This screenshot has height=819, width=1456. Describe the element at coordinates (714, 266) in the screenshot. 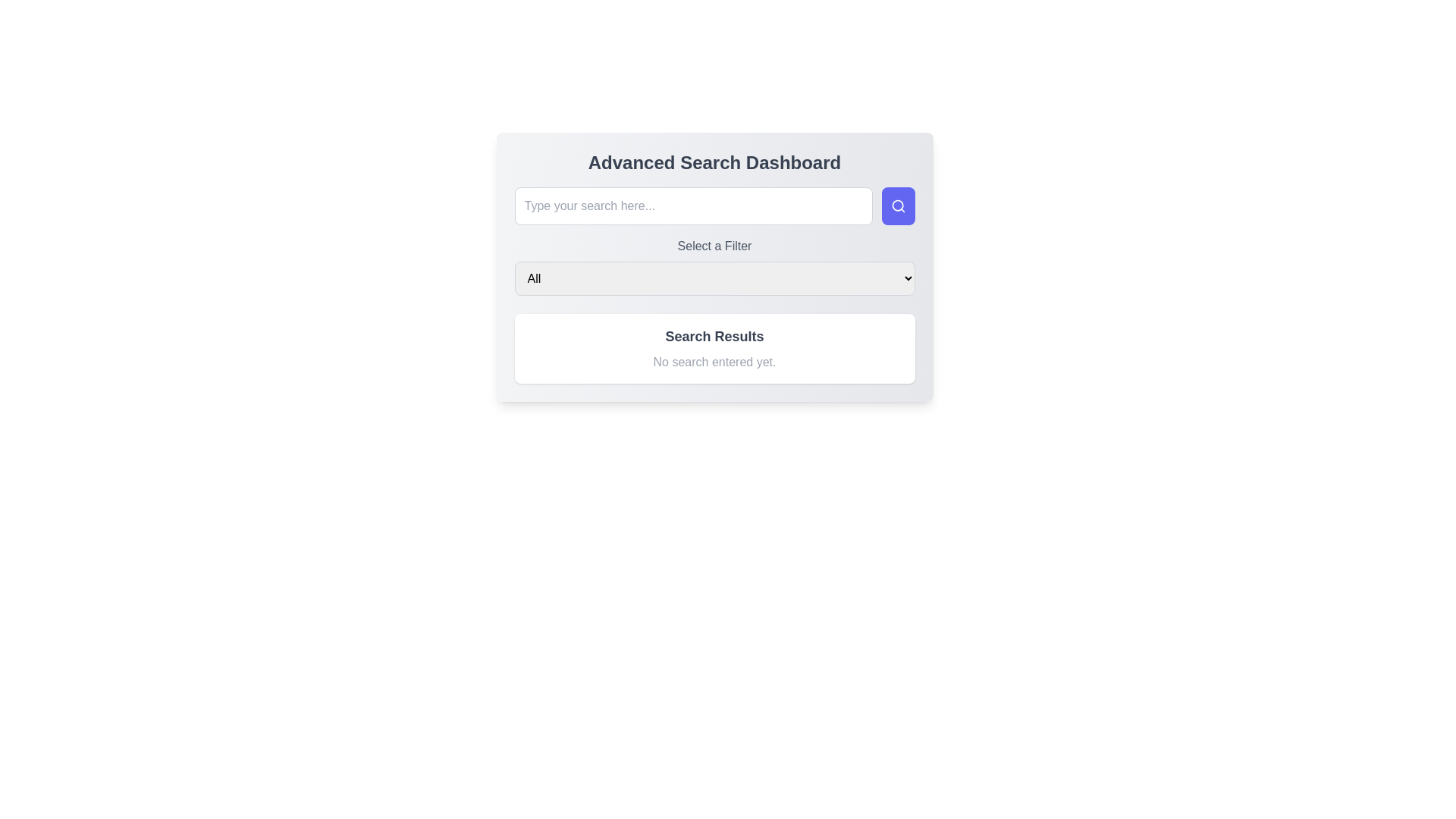

I see `the dropdown menu labeled 'Select a Filter' in the 'Advanced Search Dashboard' panel to select a filter option` at that location.